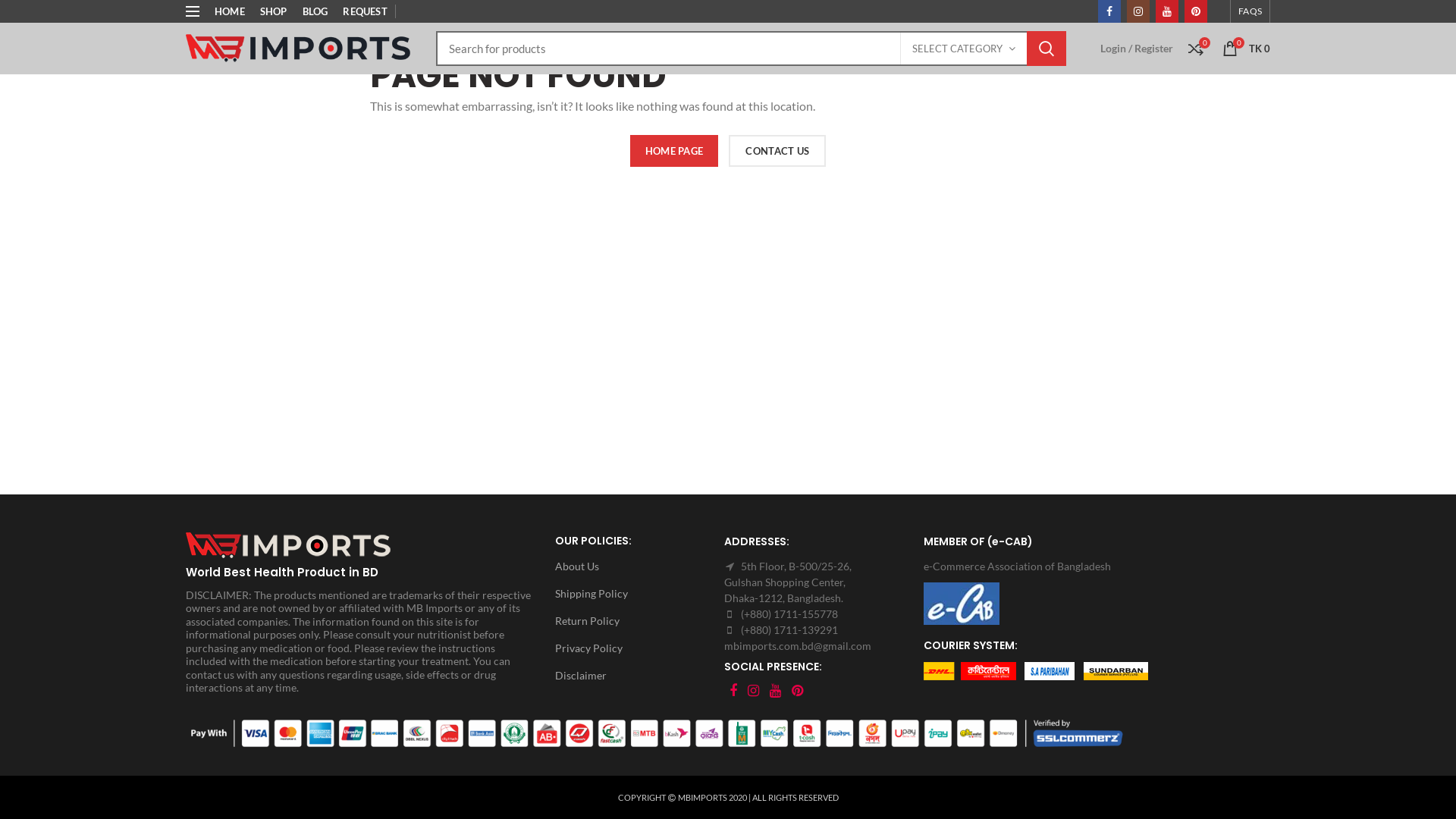 The image size is (1456, 819). I want to click on 'Login / Register', so click(1100, 47).